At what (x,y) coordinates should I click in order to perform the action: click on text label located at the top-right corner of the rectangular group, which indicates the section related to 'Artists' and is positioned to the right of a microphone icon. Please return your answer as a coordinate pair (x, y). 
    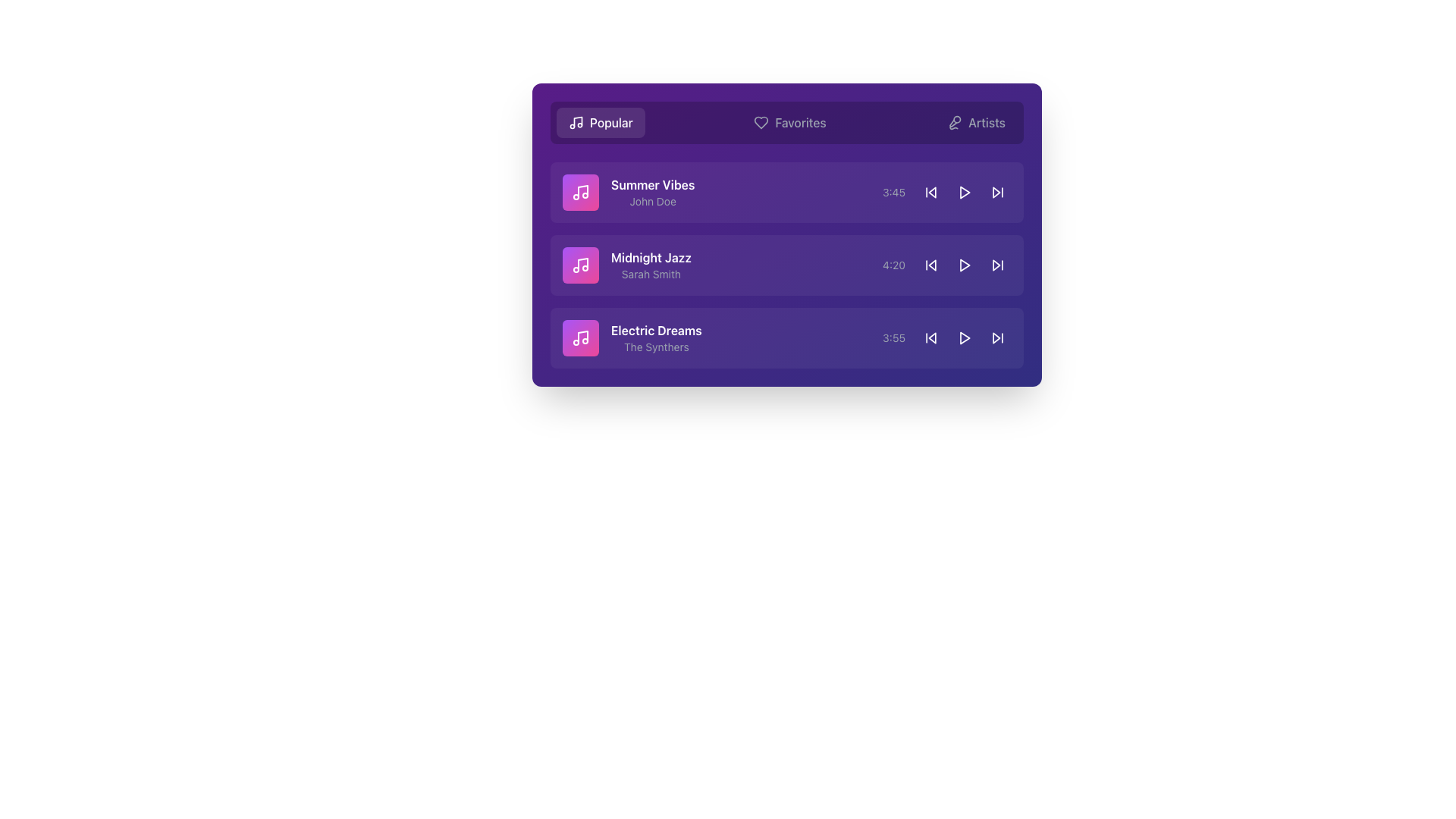
    Looking at the image, I should click on (987, 122).